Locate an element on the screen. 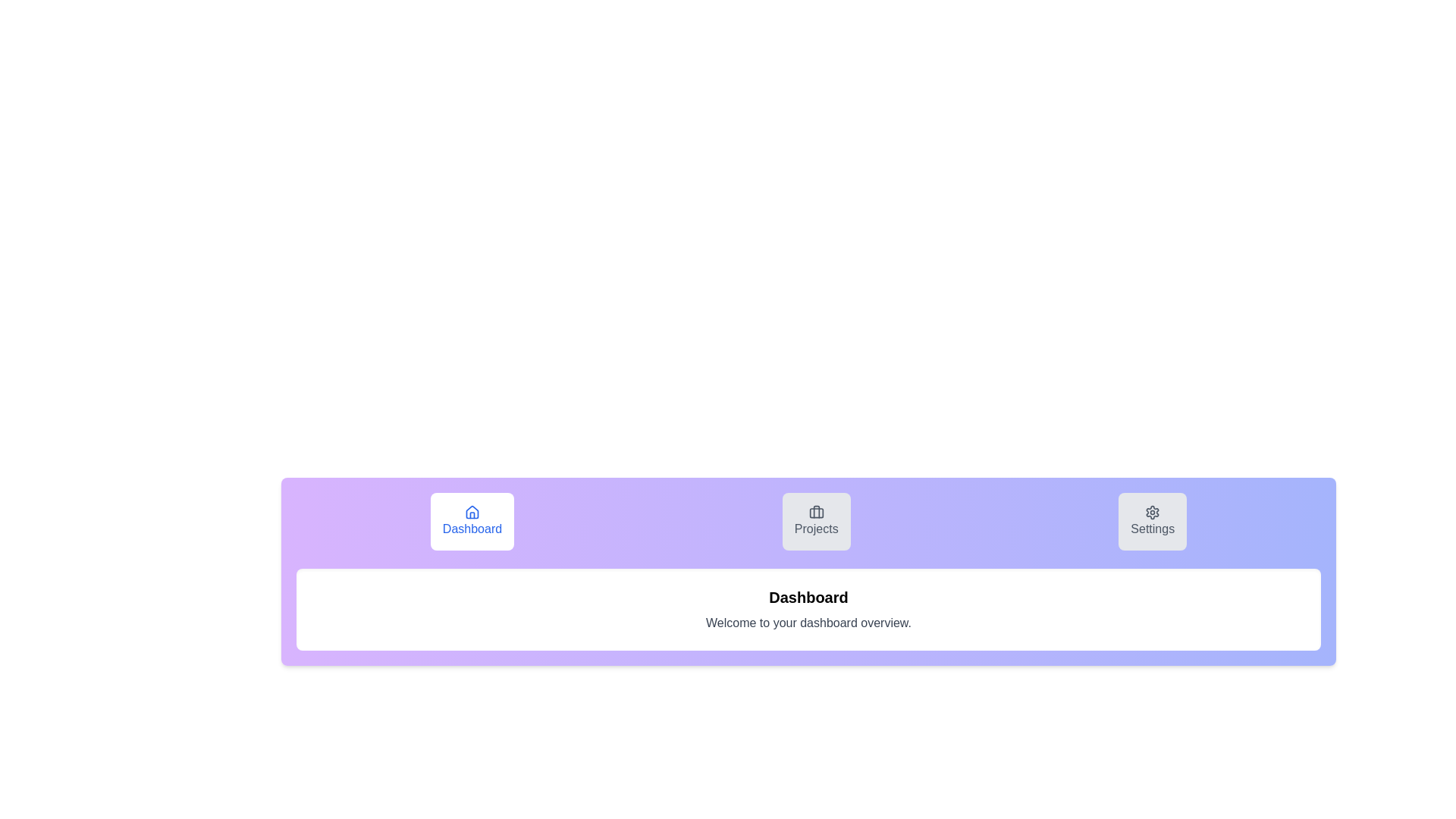 This screenshot has height=819, width=1456. the Settings tab by clicking on its button is located at coordinates (1153, 520).